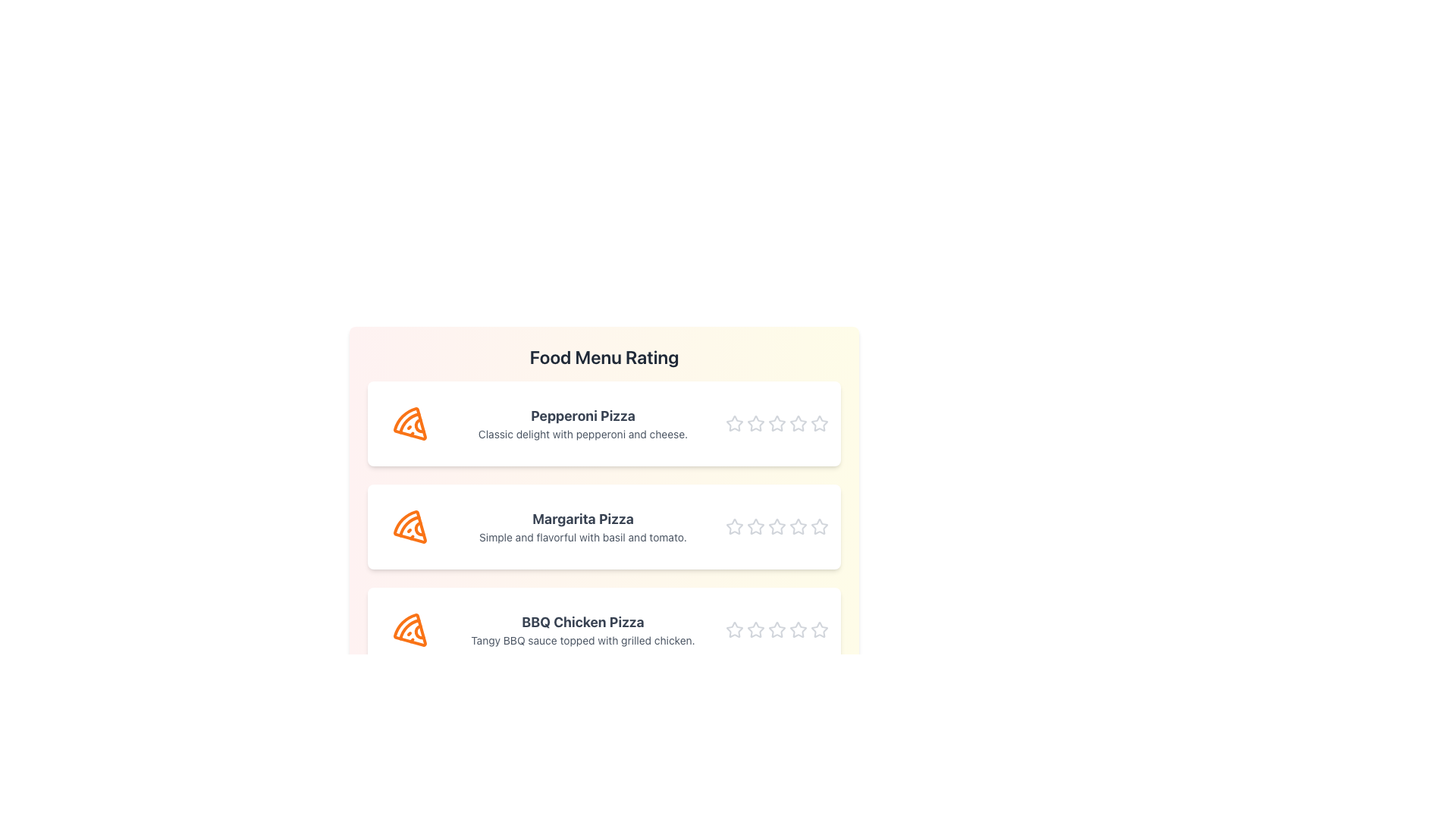  Describe the element at coordinates (777, 423) in the screenshot. I see `the second star in the star rating icon for 'Pepperoni Pizza'` at that location.